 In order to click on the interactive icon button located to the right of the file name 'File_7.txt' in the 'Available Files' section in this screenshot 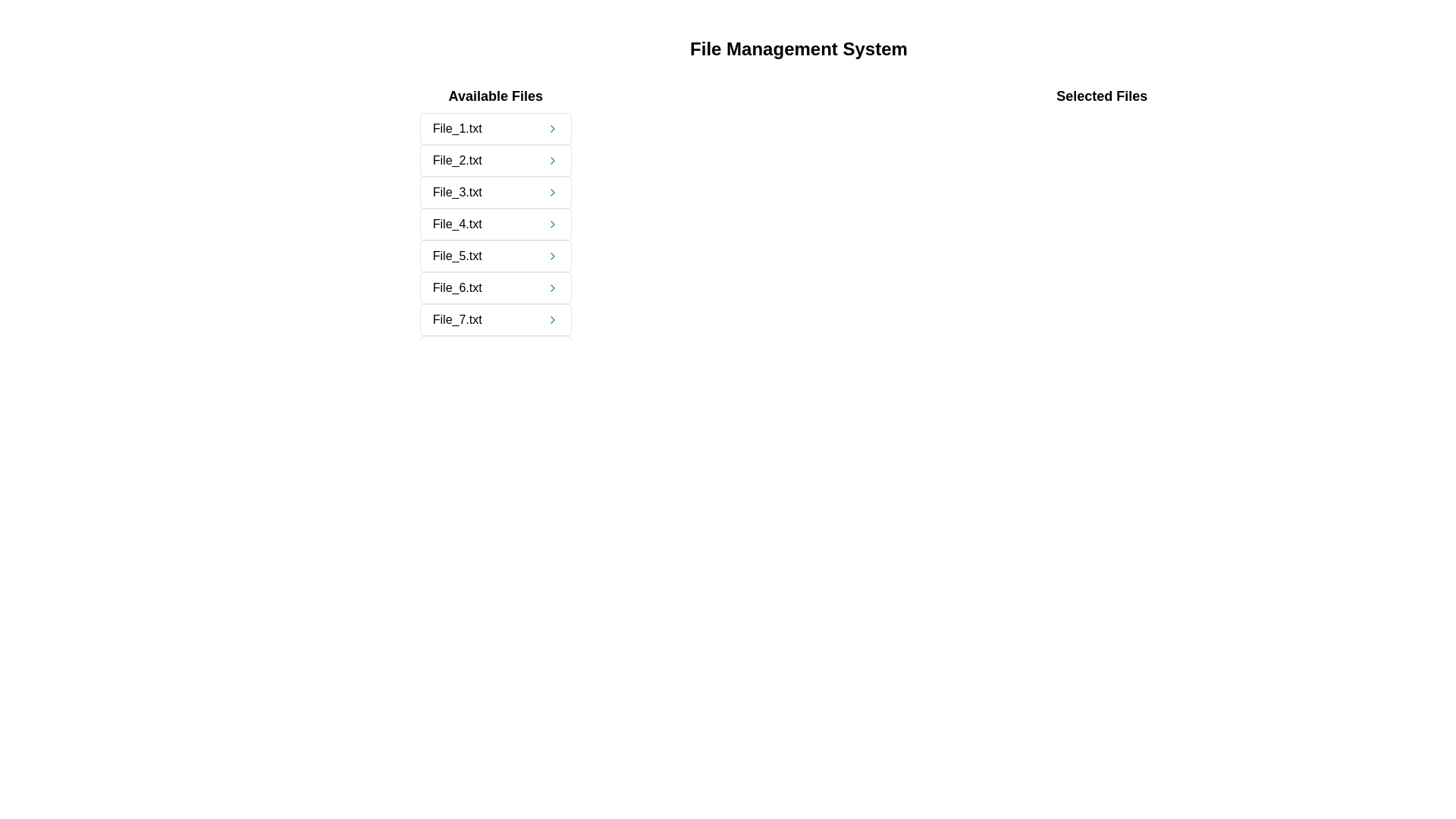, I will do `click(551, 318)`.